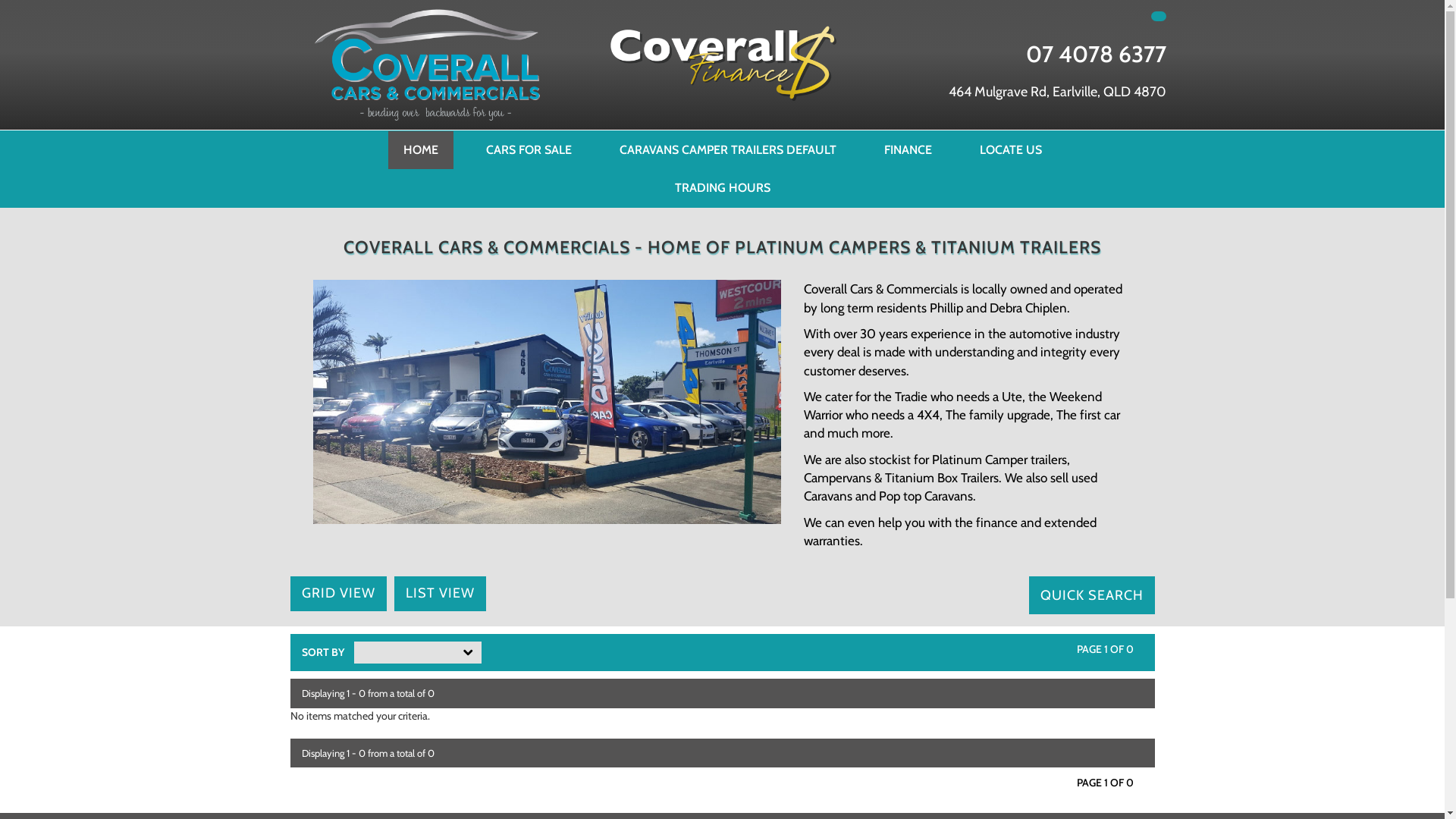  What do you see at coordinates (439, 593) in the screenshot?
I see `'LIST VIEW'` at bounding box center [439, 593].